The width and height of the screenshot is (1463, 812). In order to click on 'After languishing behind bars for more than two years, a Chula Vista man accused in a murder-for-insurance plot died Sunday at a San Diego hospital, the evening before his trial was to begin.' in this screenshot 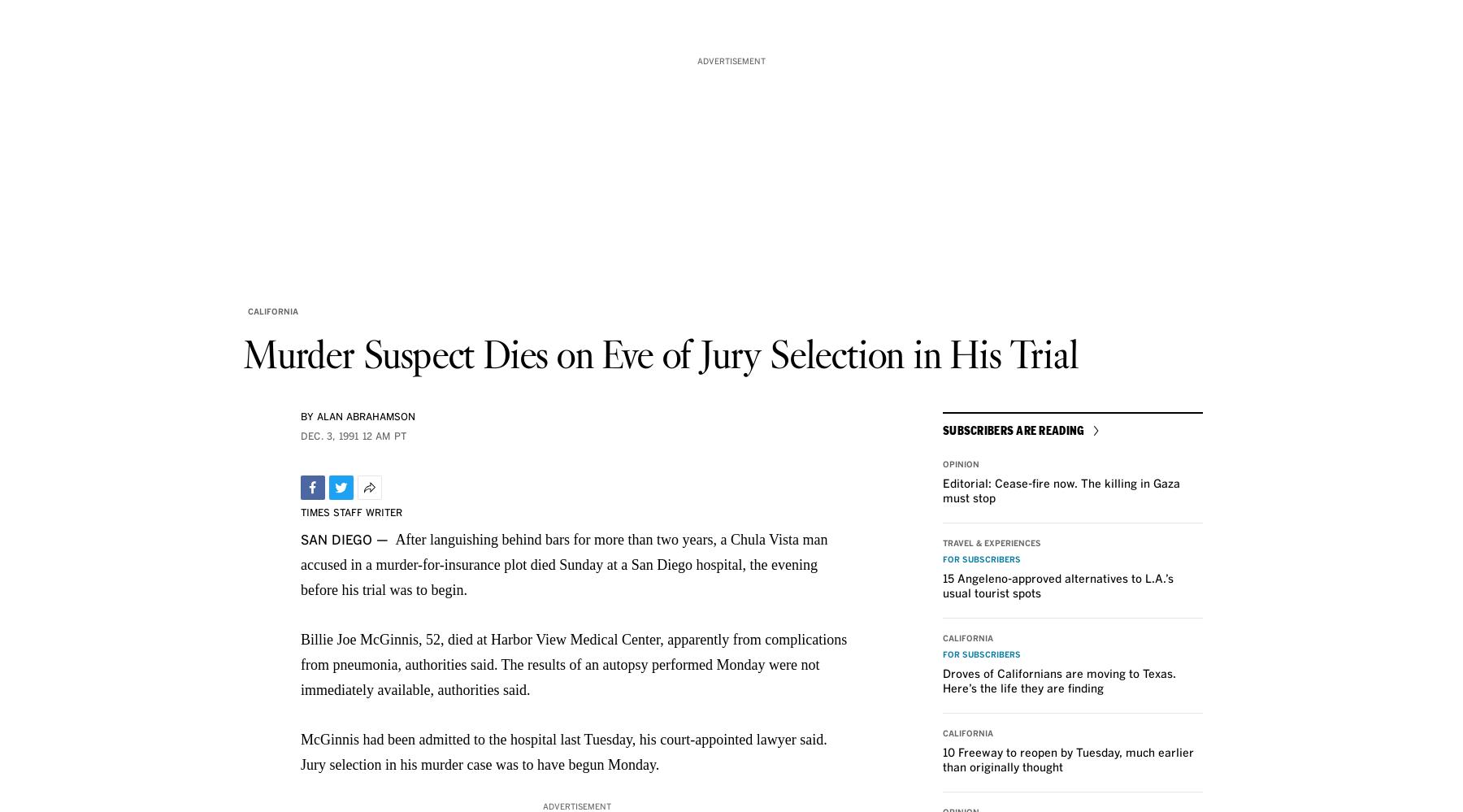, I will do `click(563, 565)`.